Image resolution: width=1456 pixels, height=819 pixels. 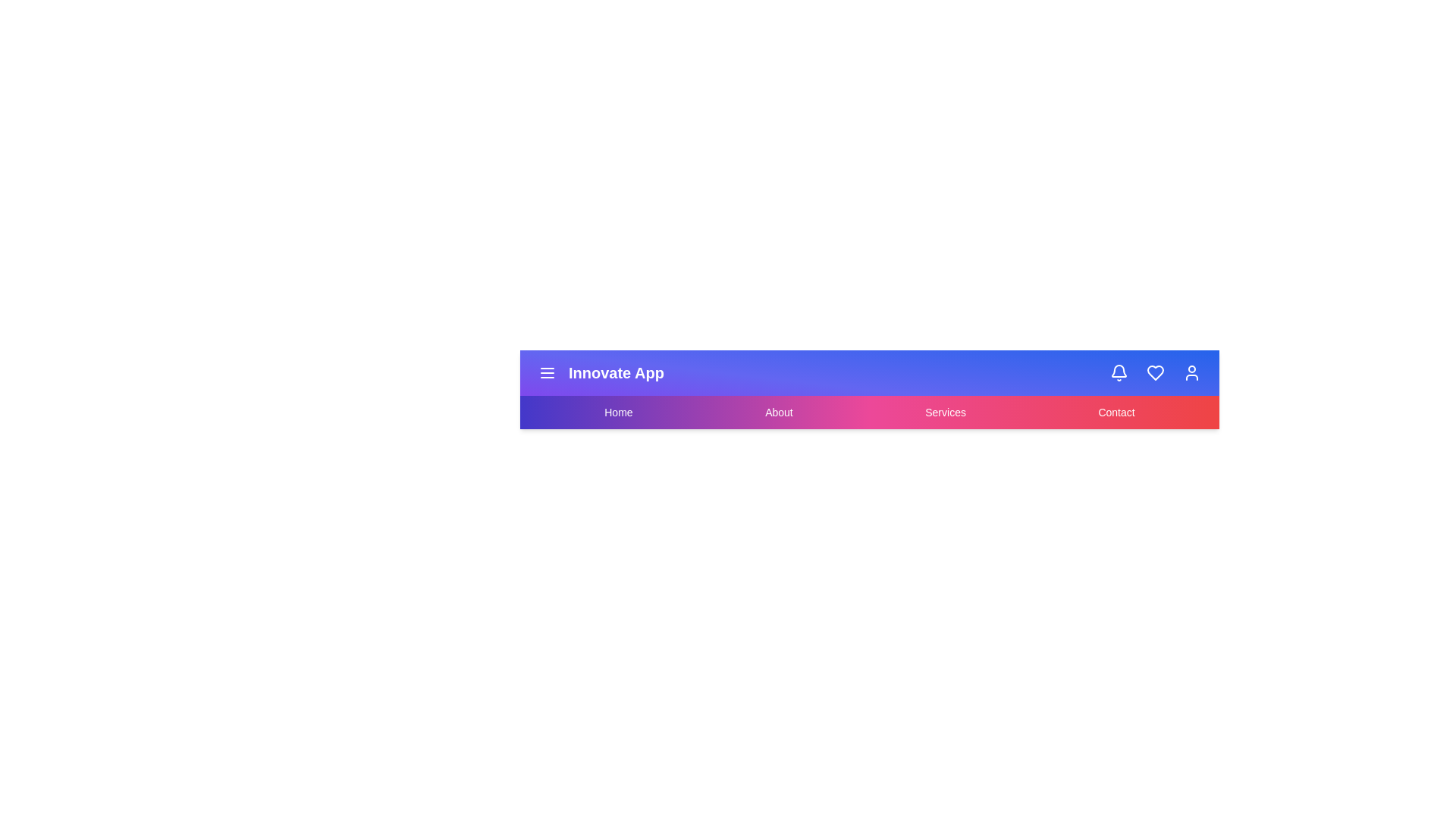 What do you see at coordinates (546, 373) in the screenshot?
I see `the interactive element Menu Icon` at bounding box center [546, 373].